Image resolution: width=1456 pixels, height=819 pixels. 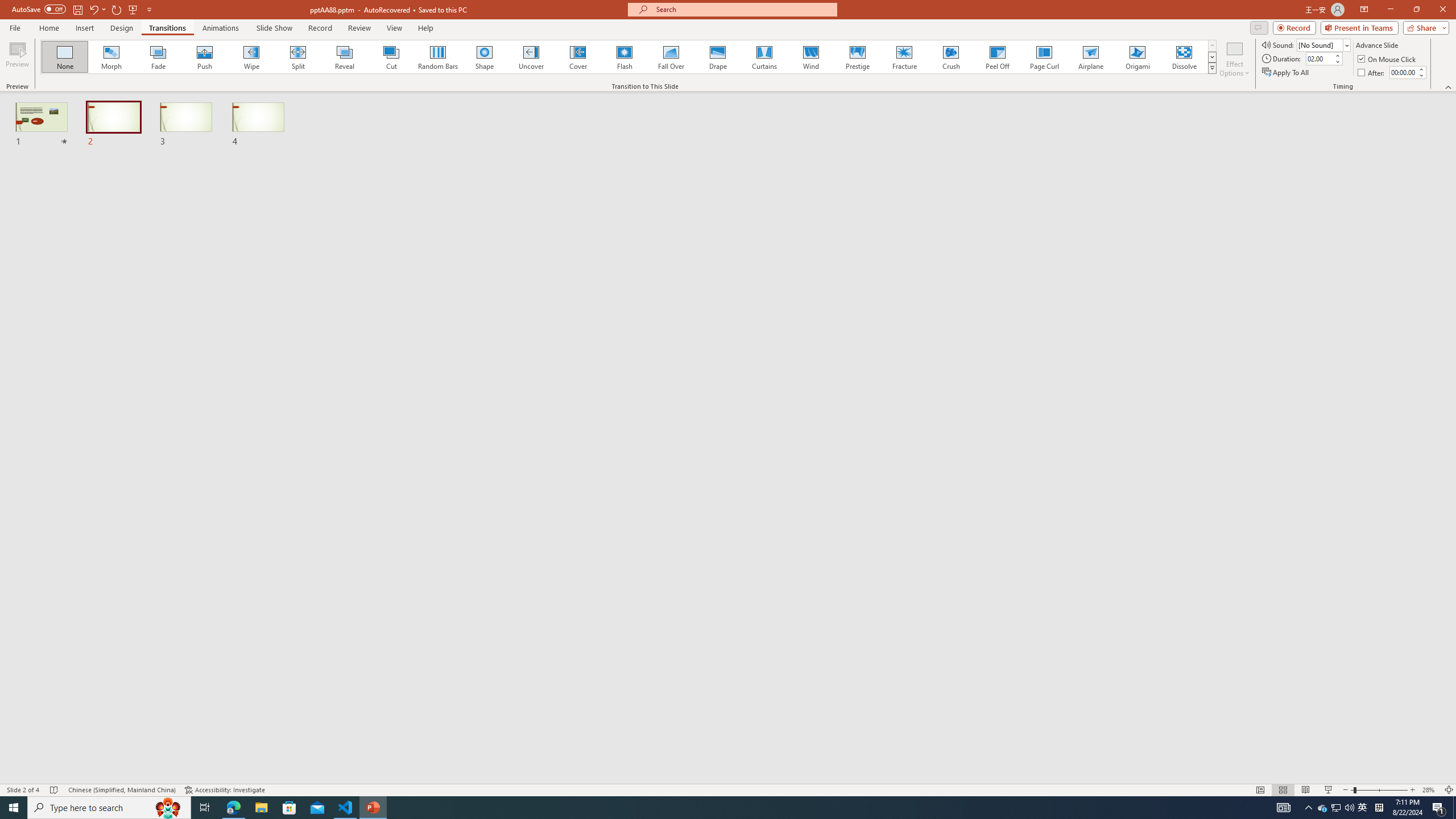 What do you see at coordinates (1043, 56) in the screenshot?
I see `'Page Curl'` at bounding box center [1043, 56].